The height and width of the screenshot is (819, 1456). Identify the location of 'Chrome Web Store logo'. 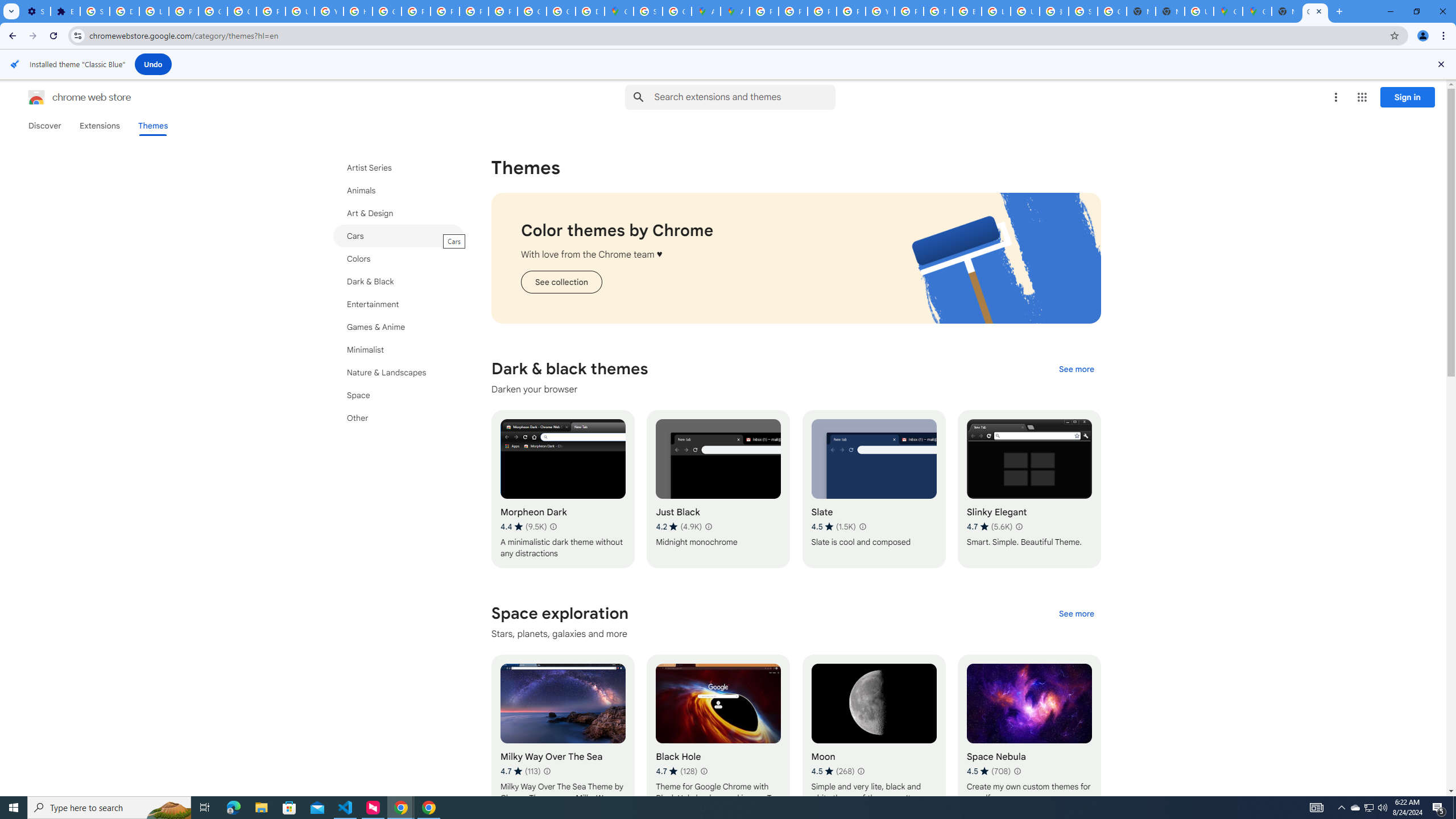
(36, 97).